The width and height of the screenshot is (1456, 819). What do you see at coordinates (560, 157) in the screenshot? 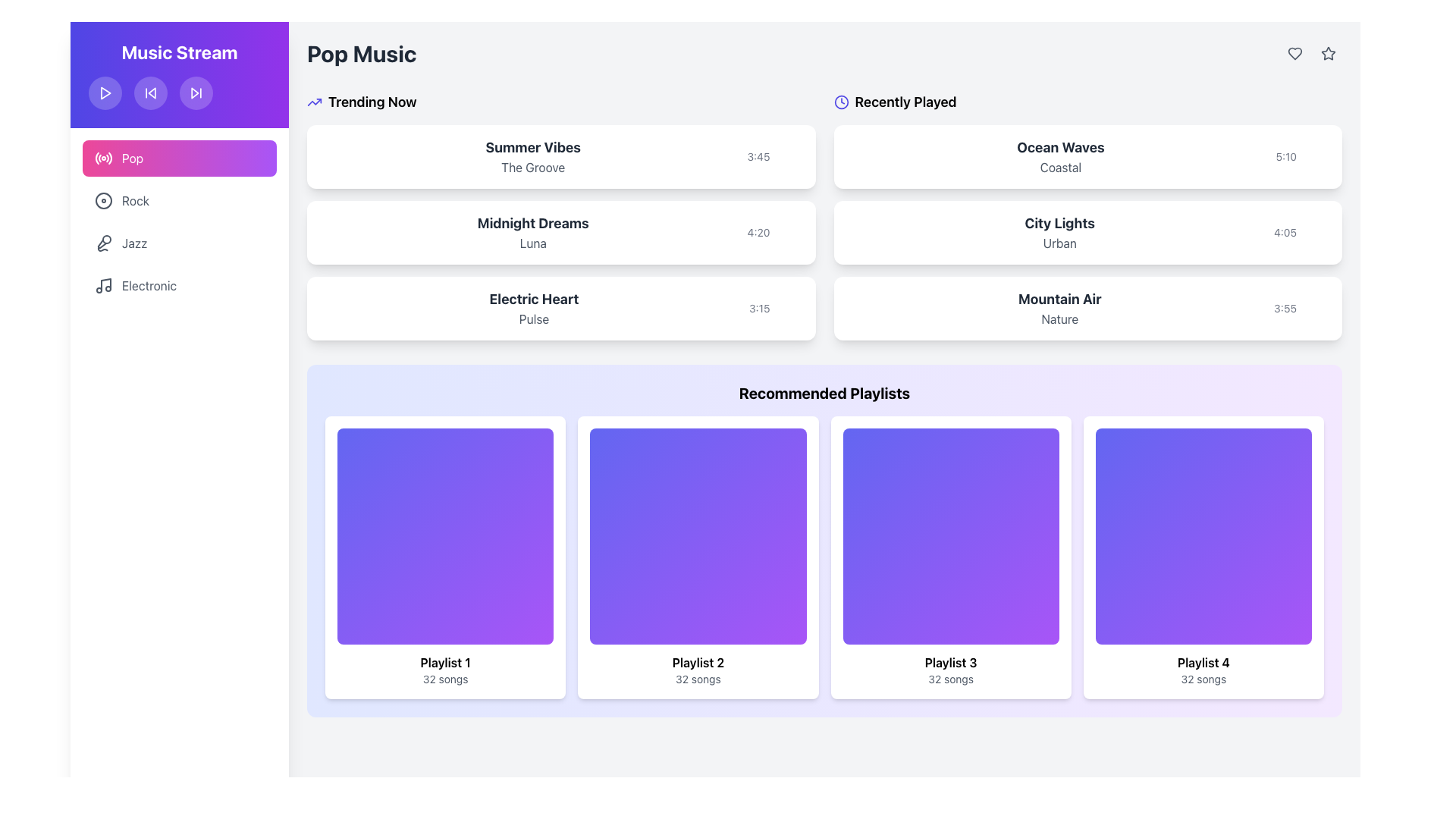
I see `the Information display element showing 'Summer Vibes' and 'The Groove' with a duration of '3:45', located under the 'Trending Now' section` at bounding box center [560, 157].